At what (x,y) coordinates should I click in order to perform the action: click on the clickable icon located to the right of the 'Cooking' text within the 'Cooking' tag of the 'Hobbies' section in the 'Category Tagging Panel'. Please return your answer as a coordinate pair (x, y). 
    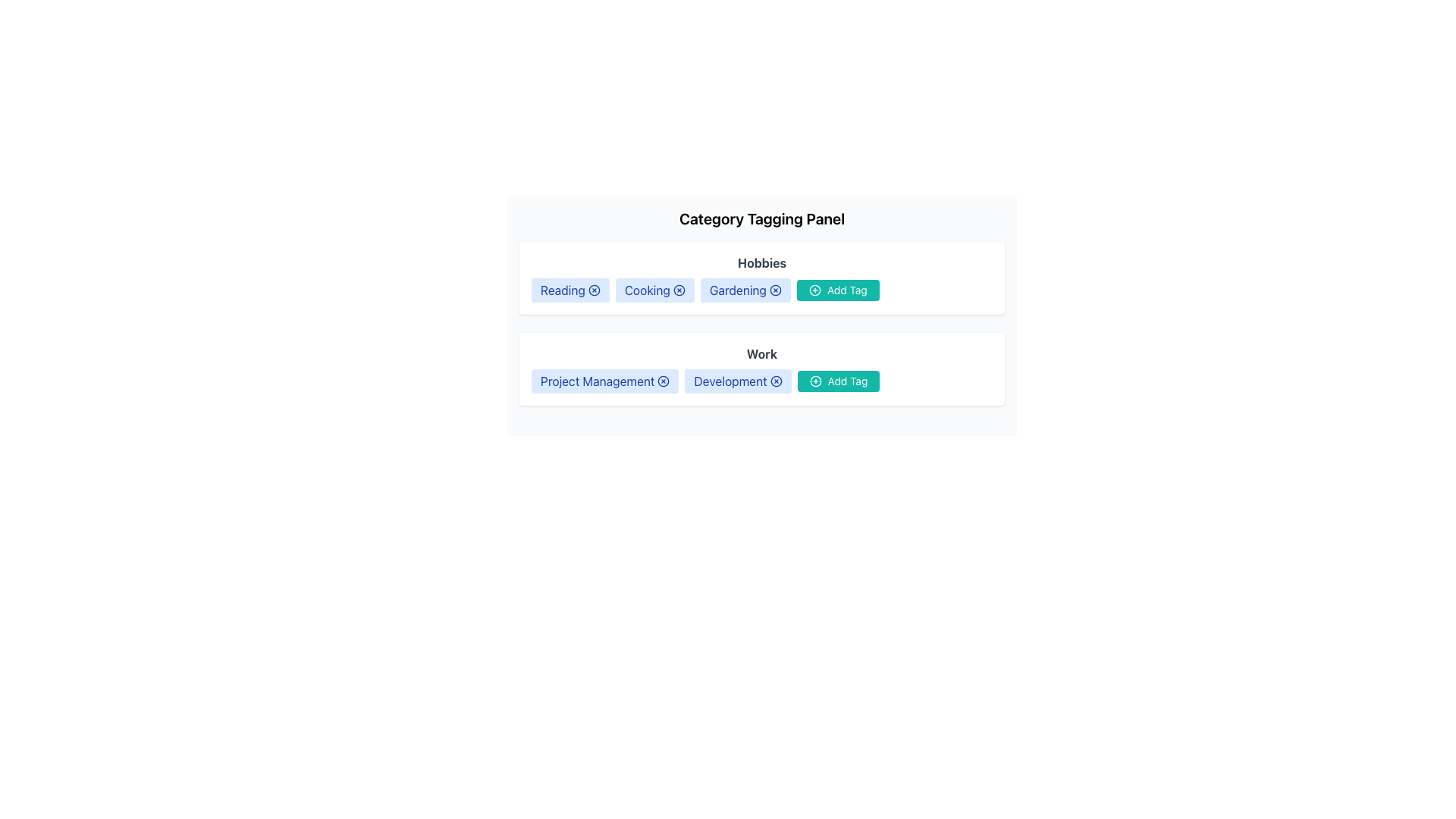
    Looking at the image, I should click on (678, 290).